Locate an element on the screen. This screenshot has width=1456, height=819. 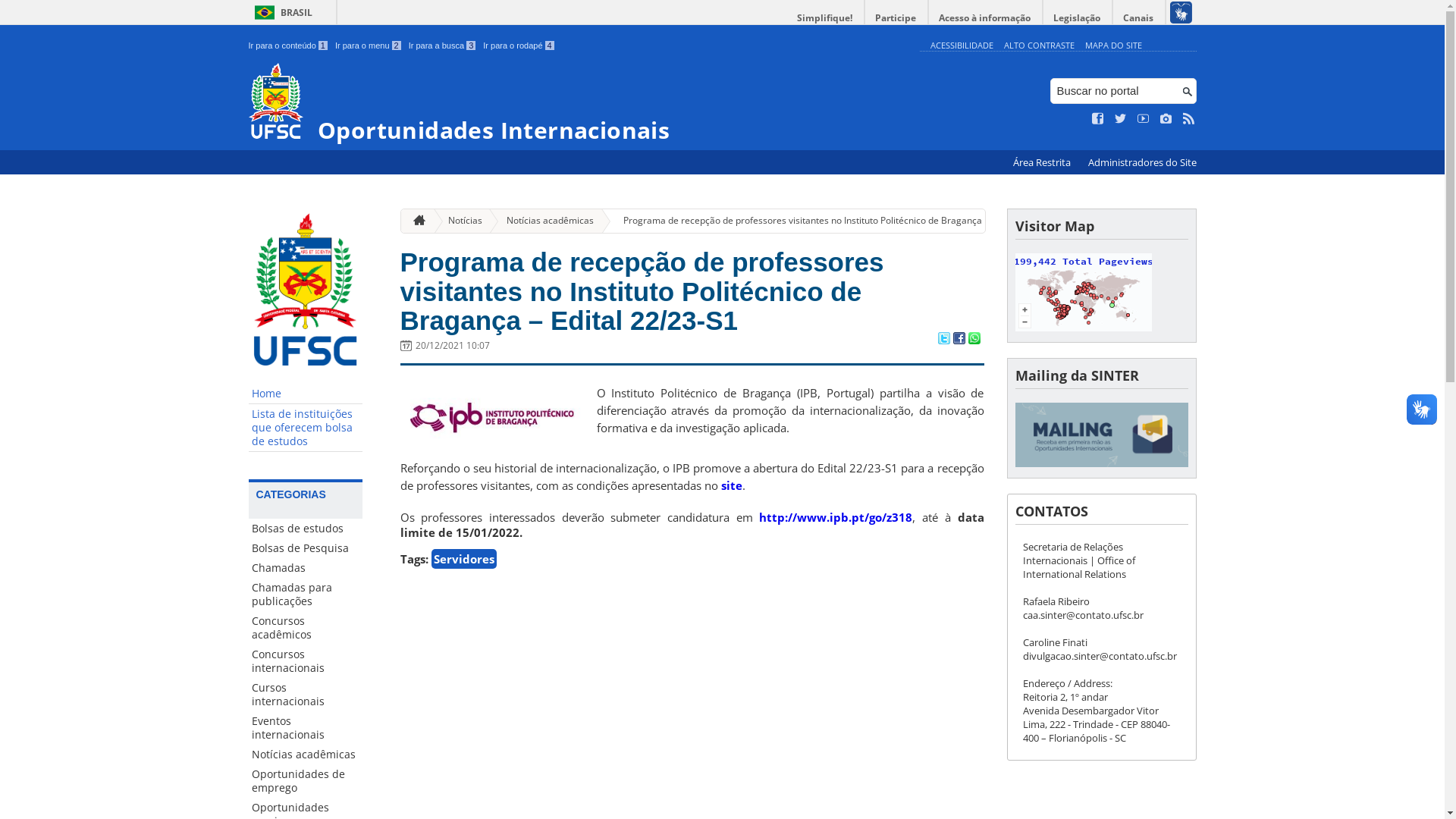
'Visit tracker' is located at coordinates (1082, 326).